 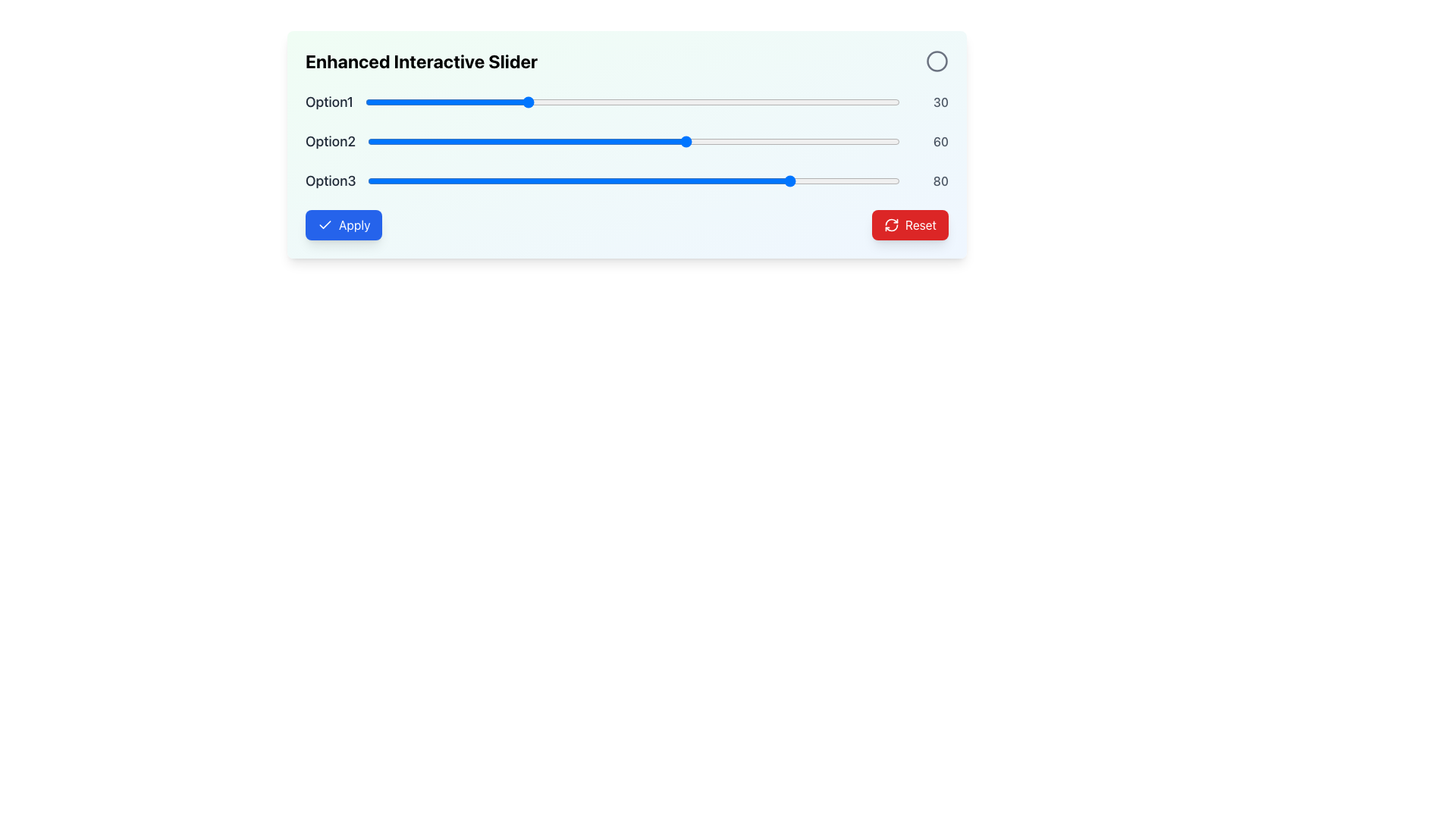 What do you see at coordinates (634, 180) in the screenshot?
I see `the horizontal slider labeled 'Option3'` at bounding box center [634, 180].